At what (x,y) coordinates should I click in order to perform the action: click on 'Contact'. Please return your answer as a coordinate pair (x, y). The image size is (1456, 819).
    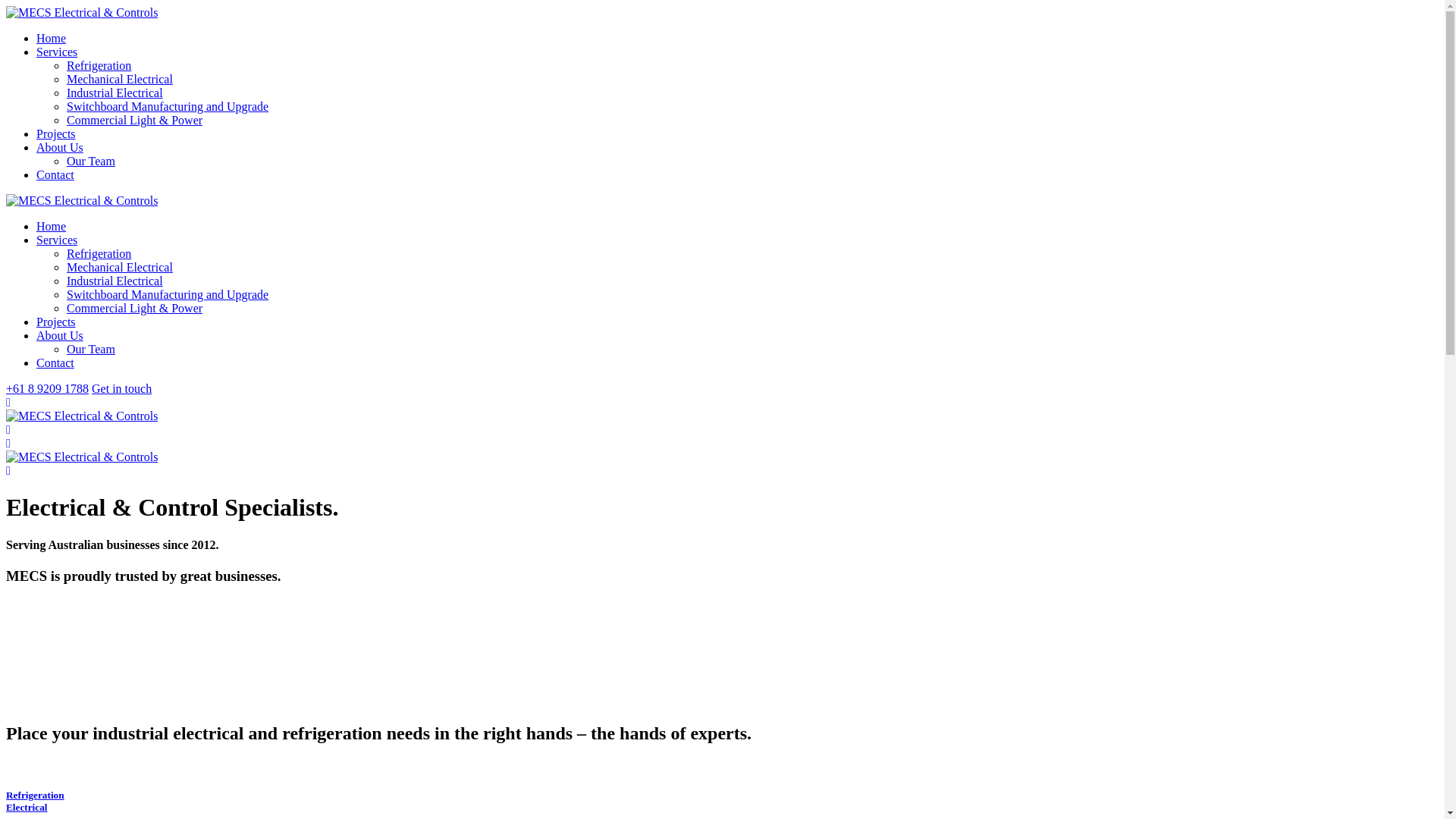
    Looking at the image, I should click on (55, 174).